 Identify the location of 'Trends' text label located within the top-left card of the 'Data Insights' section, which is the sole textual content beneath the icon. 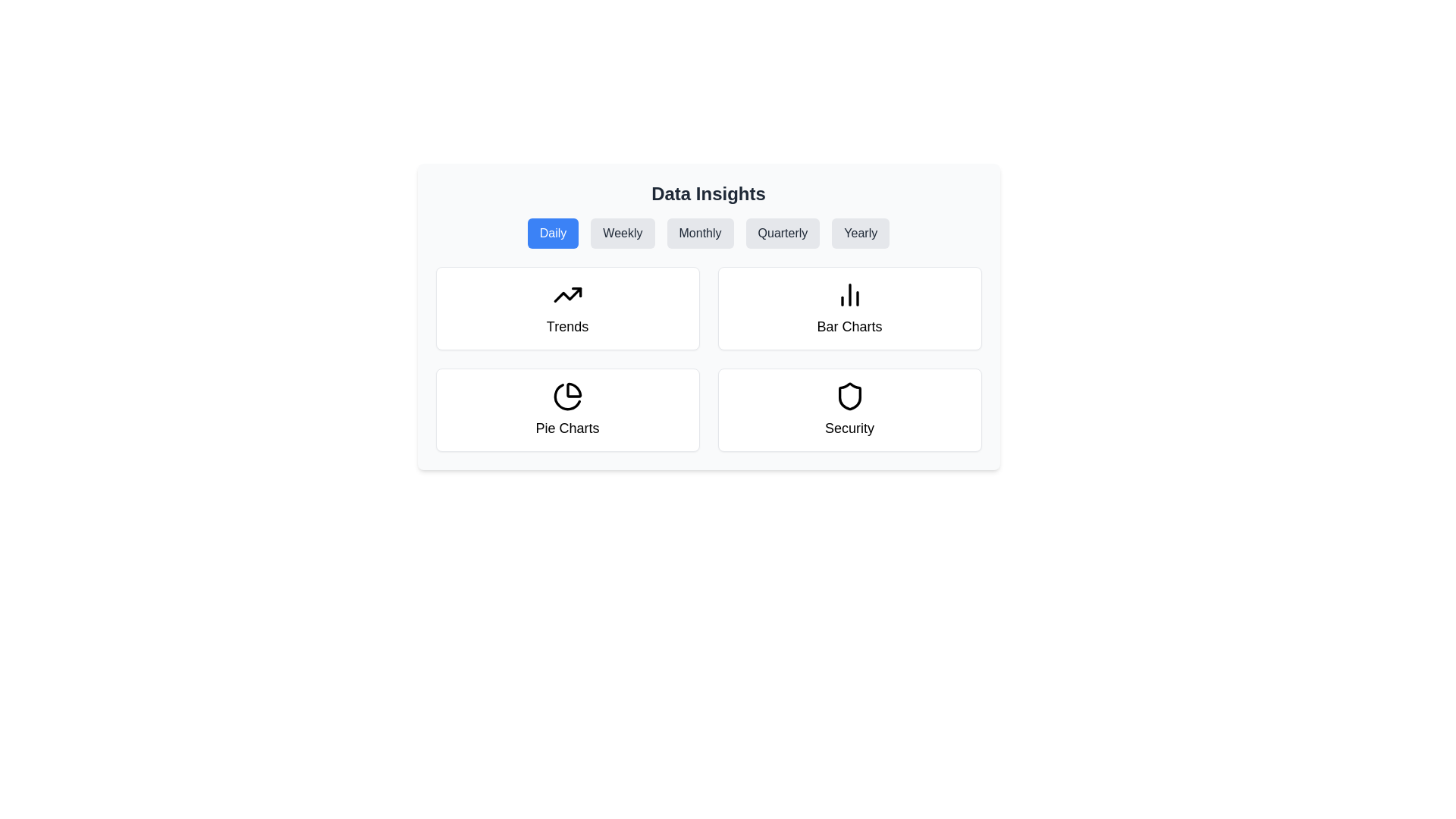
(566, 326).